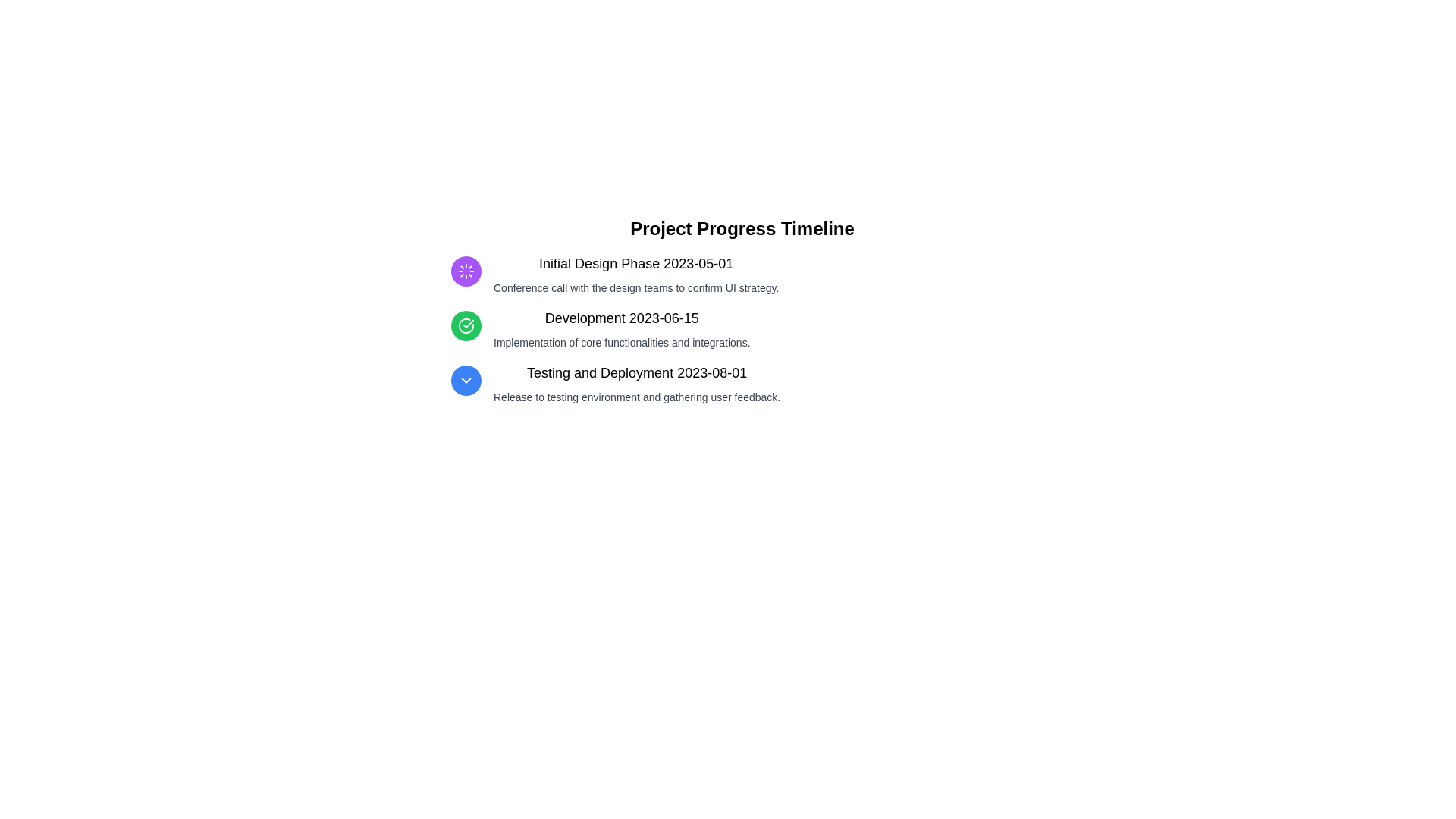  I want to click on the circular icon button with a blue background and a white downward chevron, located at the bottom of the stack of status indicators next to 'Testing and Deployment 2023-08-01', so click(465, 379).